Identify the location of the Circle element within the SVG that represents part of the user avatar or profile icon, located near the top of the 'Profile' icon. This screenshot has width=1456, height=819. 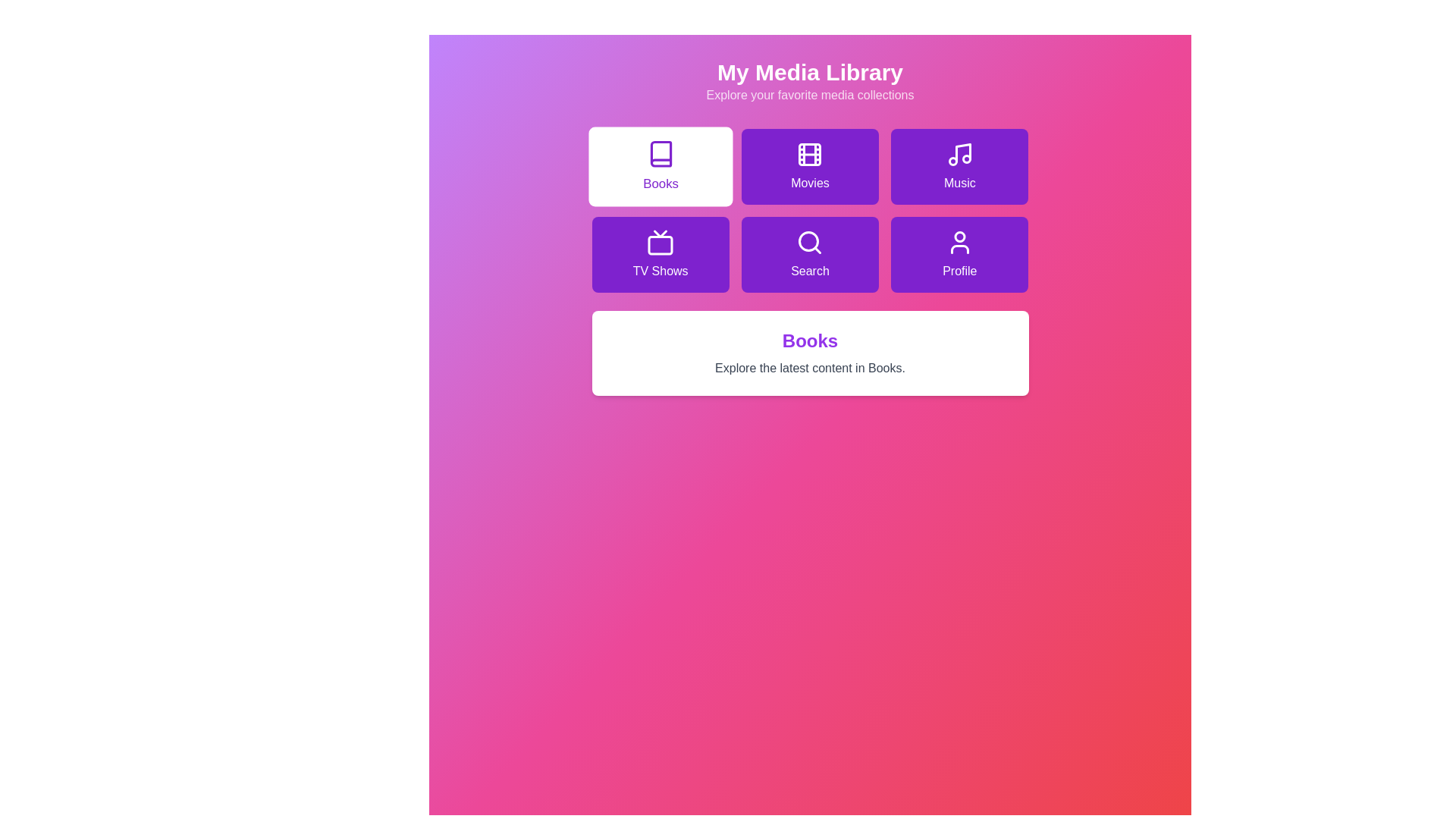
(959, 237).